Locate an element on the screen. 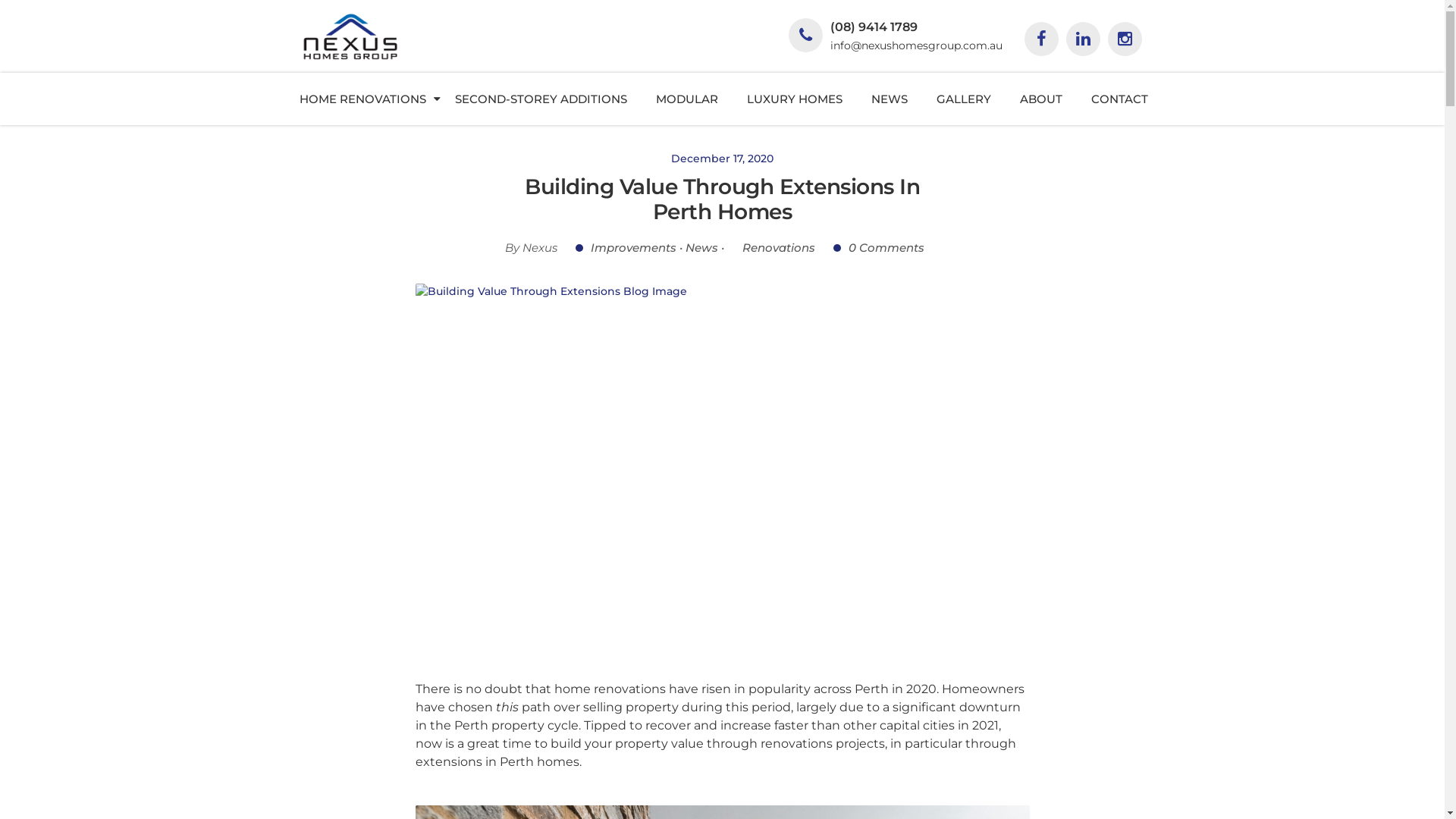  'CONTACT' is located at coordinates (1119, 99).